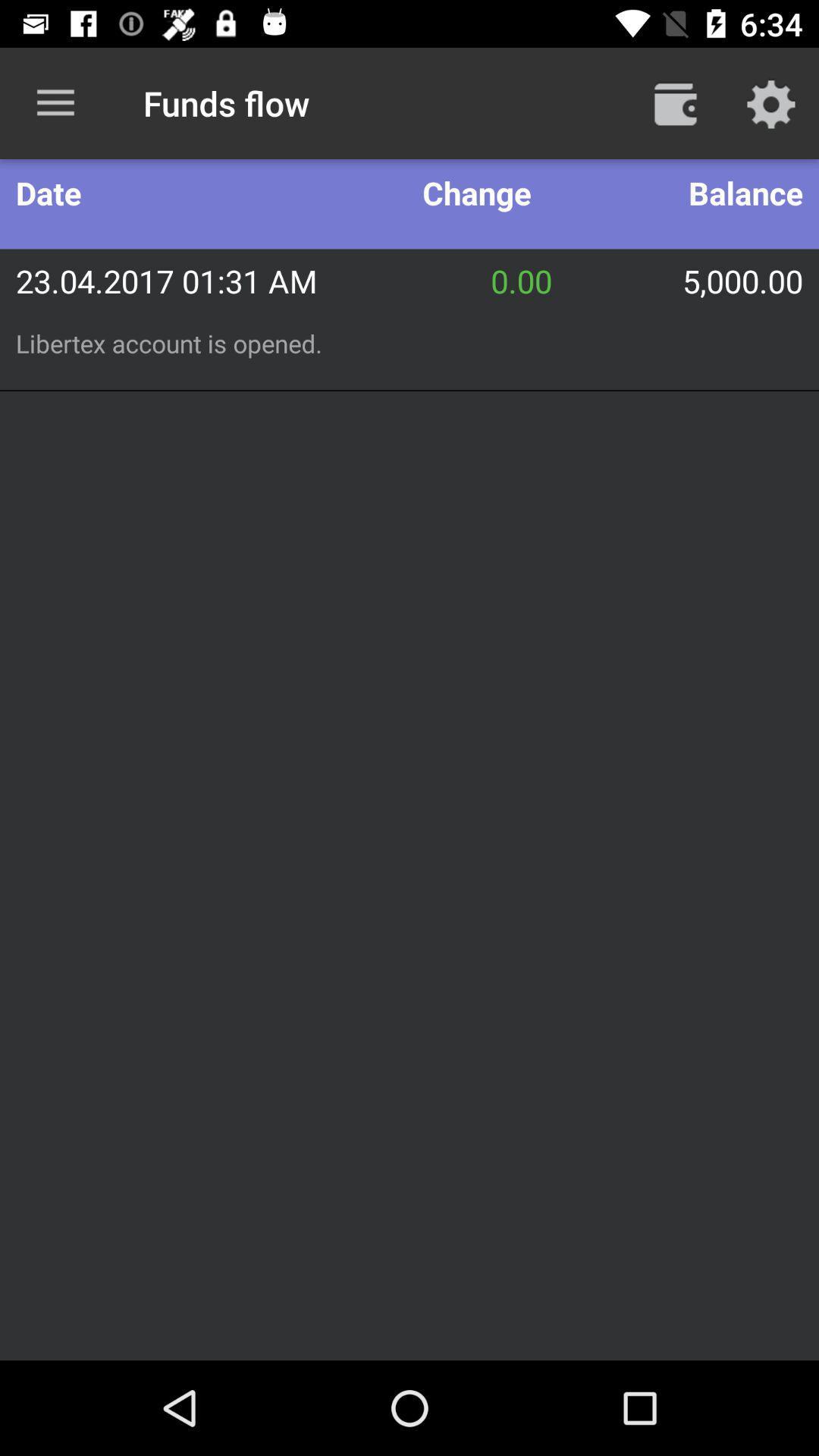 The height and width of the screenshot is (1456, 819). I want to click on the icon to the left of the funds flow app, so click(55, 102).